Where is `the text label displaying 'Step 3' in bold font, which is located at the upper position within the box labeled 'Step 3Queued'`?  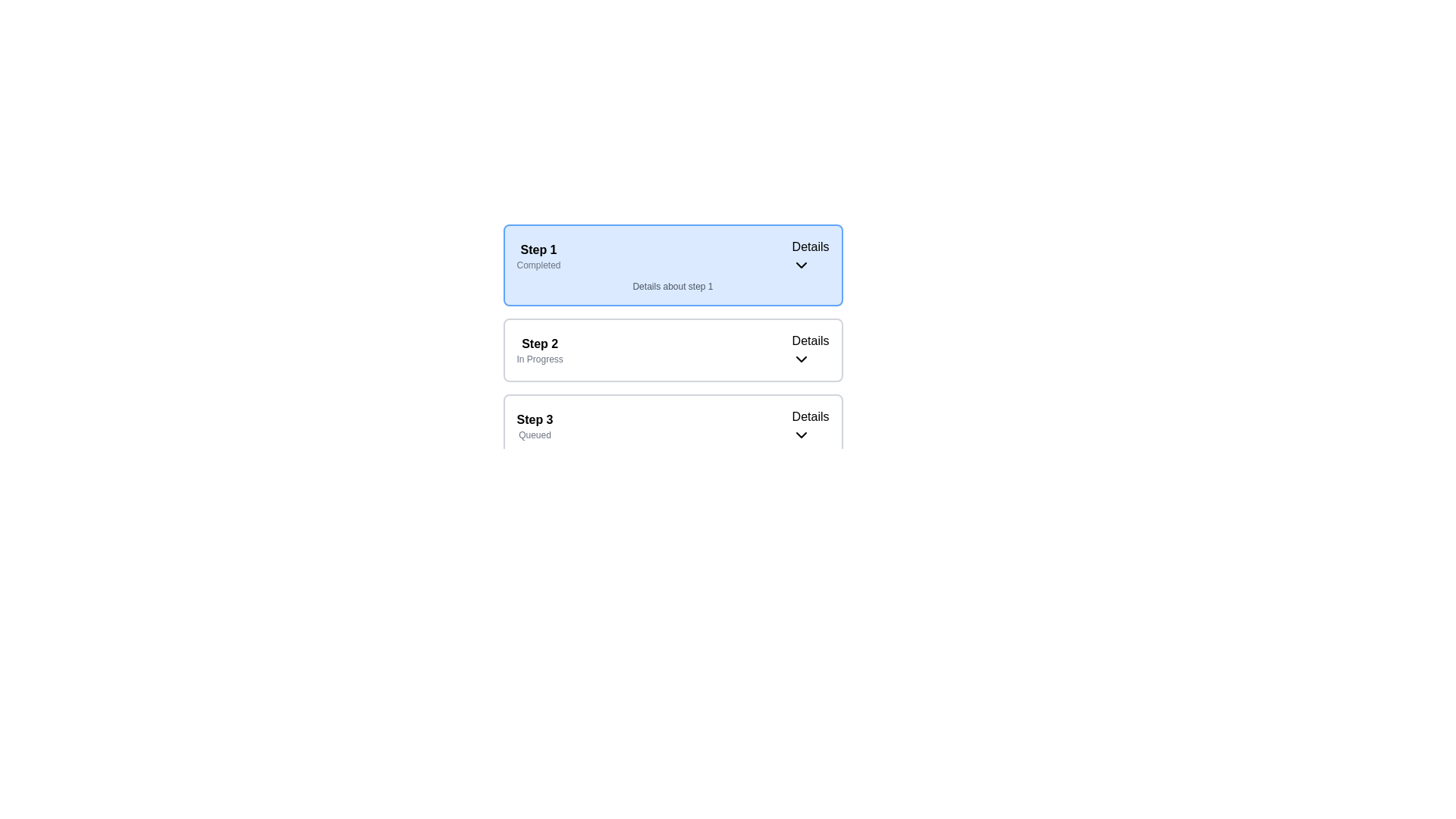
the text label displaying 'Step 3' in bold font, which is located at the upper position within the box labeled 'Step 3Queued' is located at coordinates (535, 420).